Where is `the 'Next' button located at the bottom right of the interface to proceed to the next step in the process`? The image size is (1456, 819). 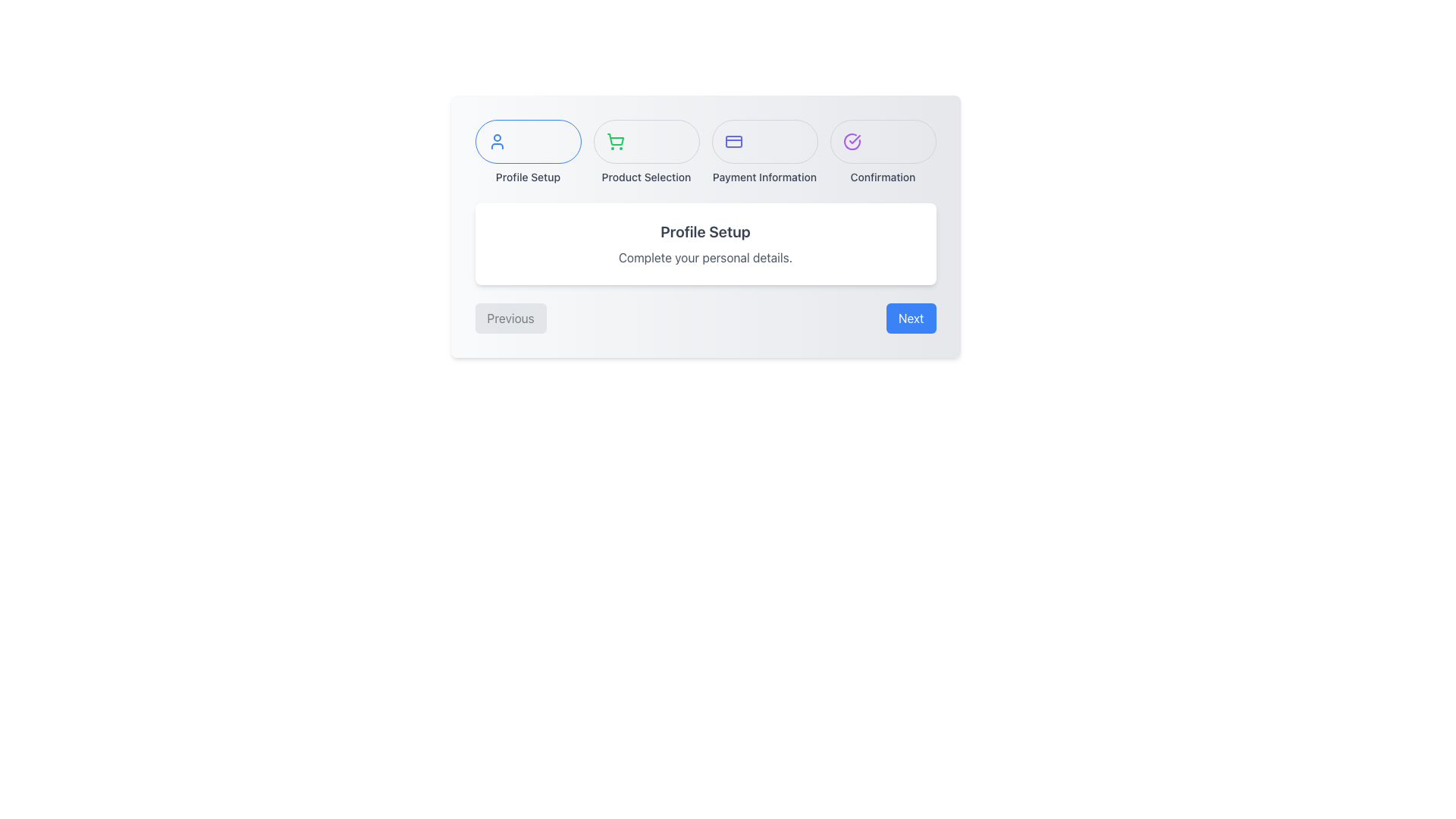 the 'Next' button located at the bottom right of the interface to proceed to the next step in the process is located at coordinates (910, 318).